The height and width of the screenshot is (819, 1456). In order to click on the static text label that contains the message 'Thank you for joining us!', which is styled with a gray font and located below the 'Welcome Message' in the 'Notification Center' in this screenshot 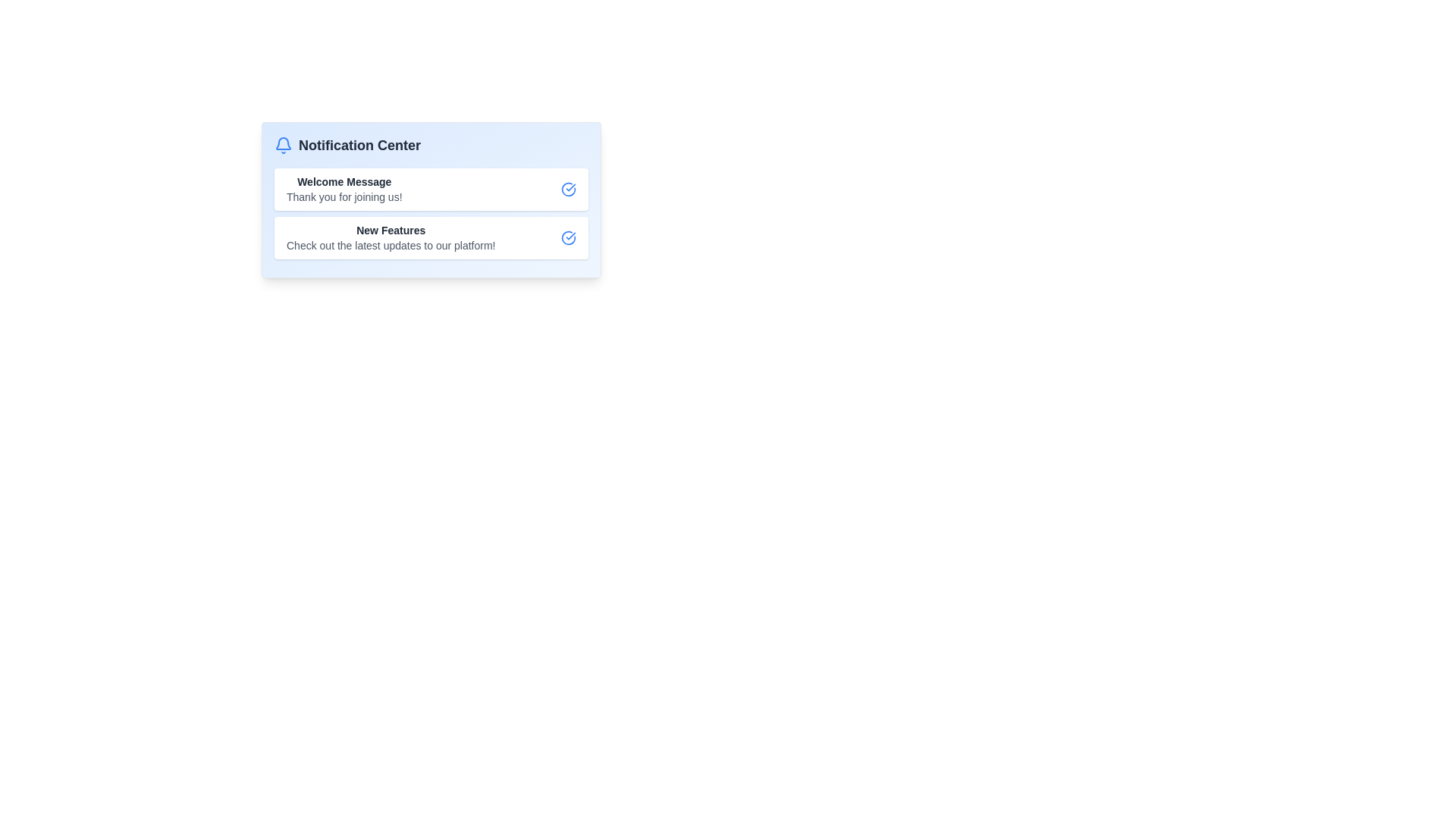, I will do `click(344, 196)`.